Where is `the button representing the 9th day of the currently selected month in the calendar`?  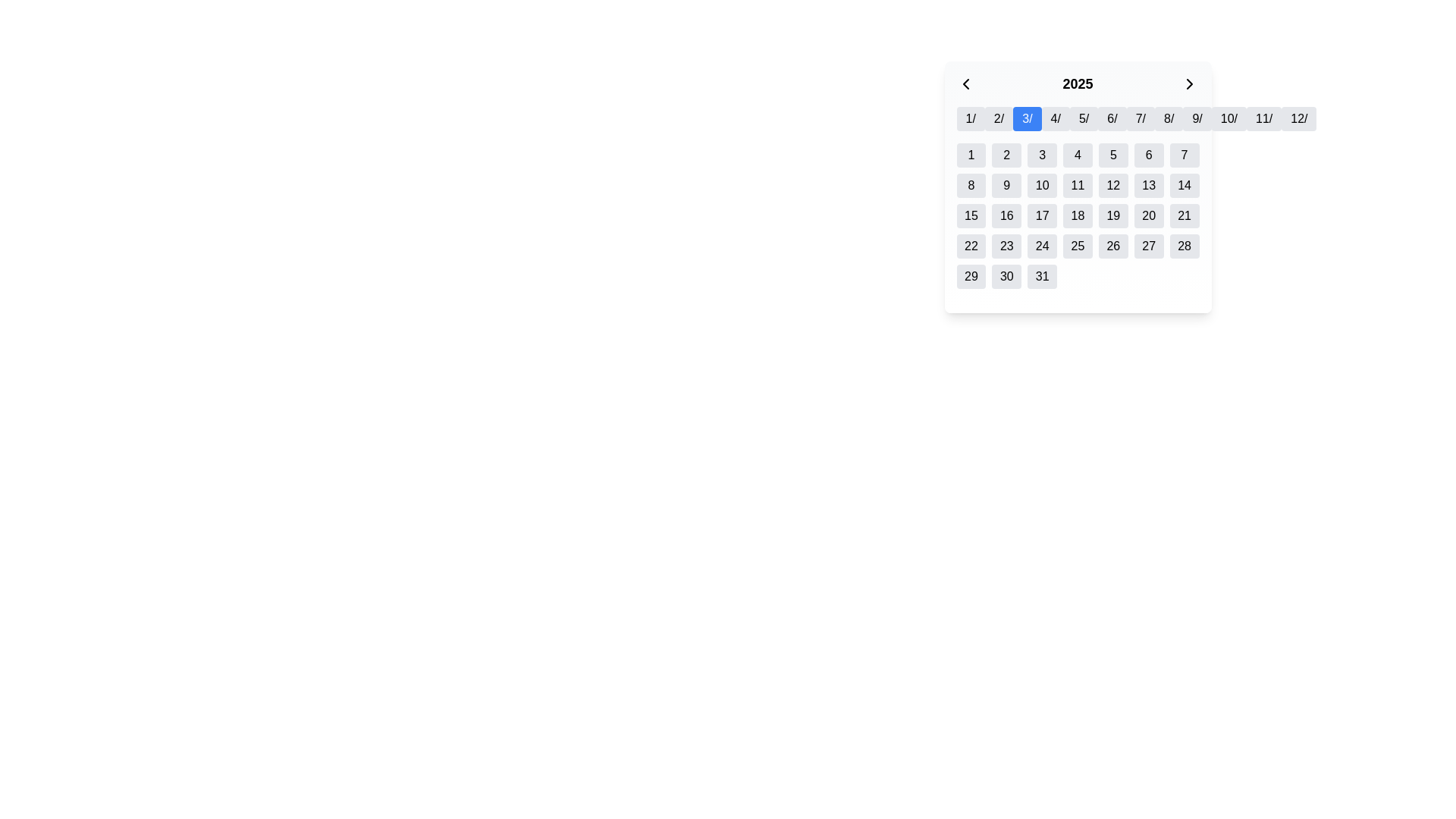
the button representing the 9th day of the currently selected month in the calendar is located at coordinates (1006, 185).